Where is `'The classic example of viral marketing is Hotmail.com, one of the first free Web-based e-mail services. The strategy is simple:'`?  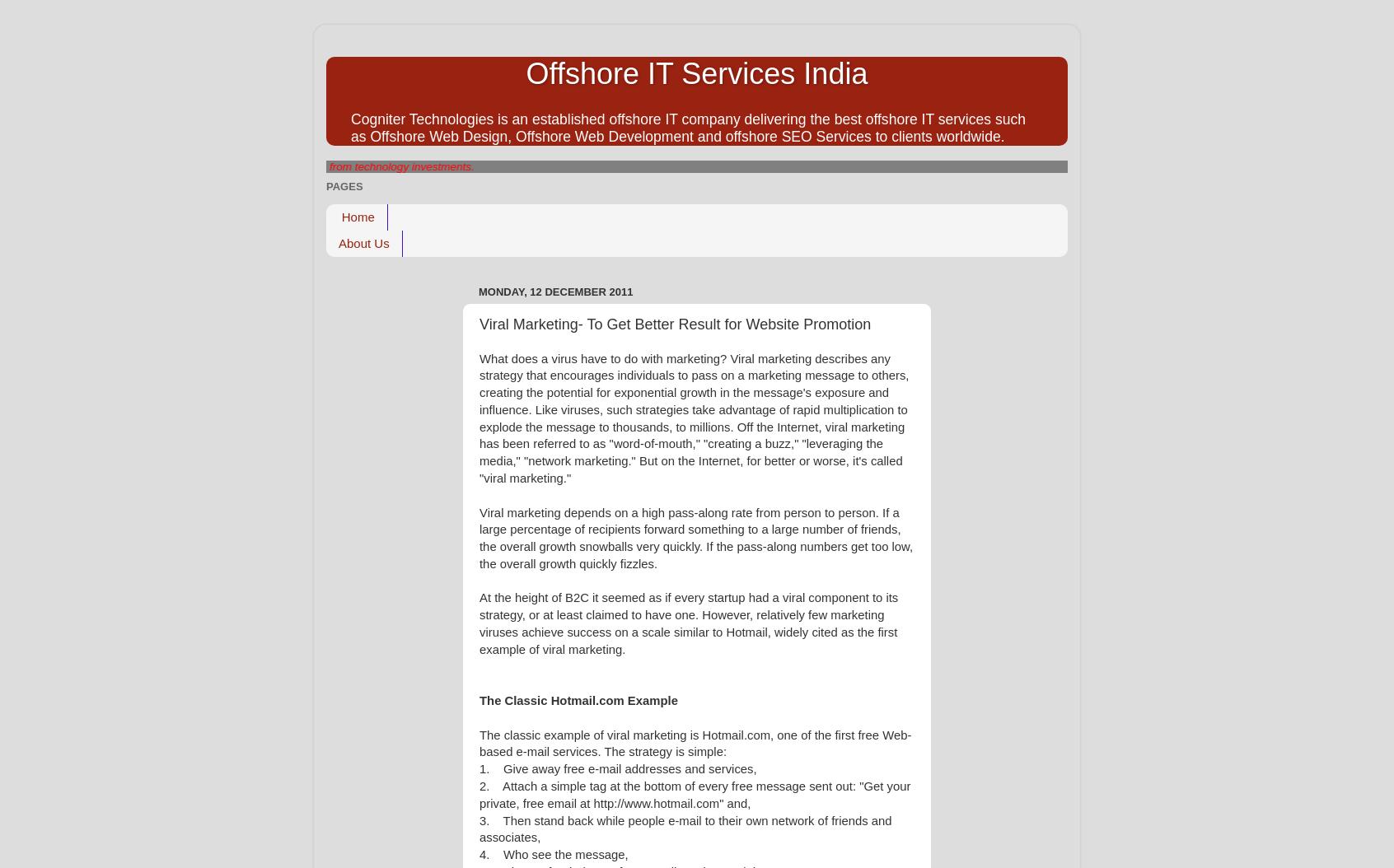 'The classic example of viral marketing is Hotmail.com, one of the first free Web-based e-mail services. The strategy is simple:' is located at coordinates (479, 742).